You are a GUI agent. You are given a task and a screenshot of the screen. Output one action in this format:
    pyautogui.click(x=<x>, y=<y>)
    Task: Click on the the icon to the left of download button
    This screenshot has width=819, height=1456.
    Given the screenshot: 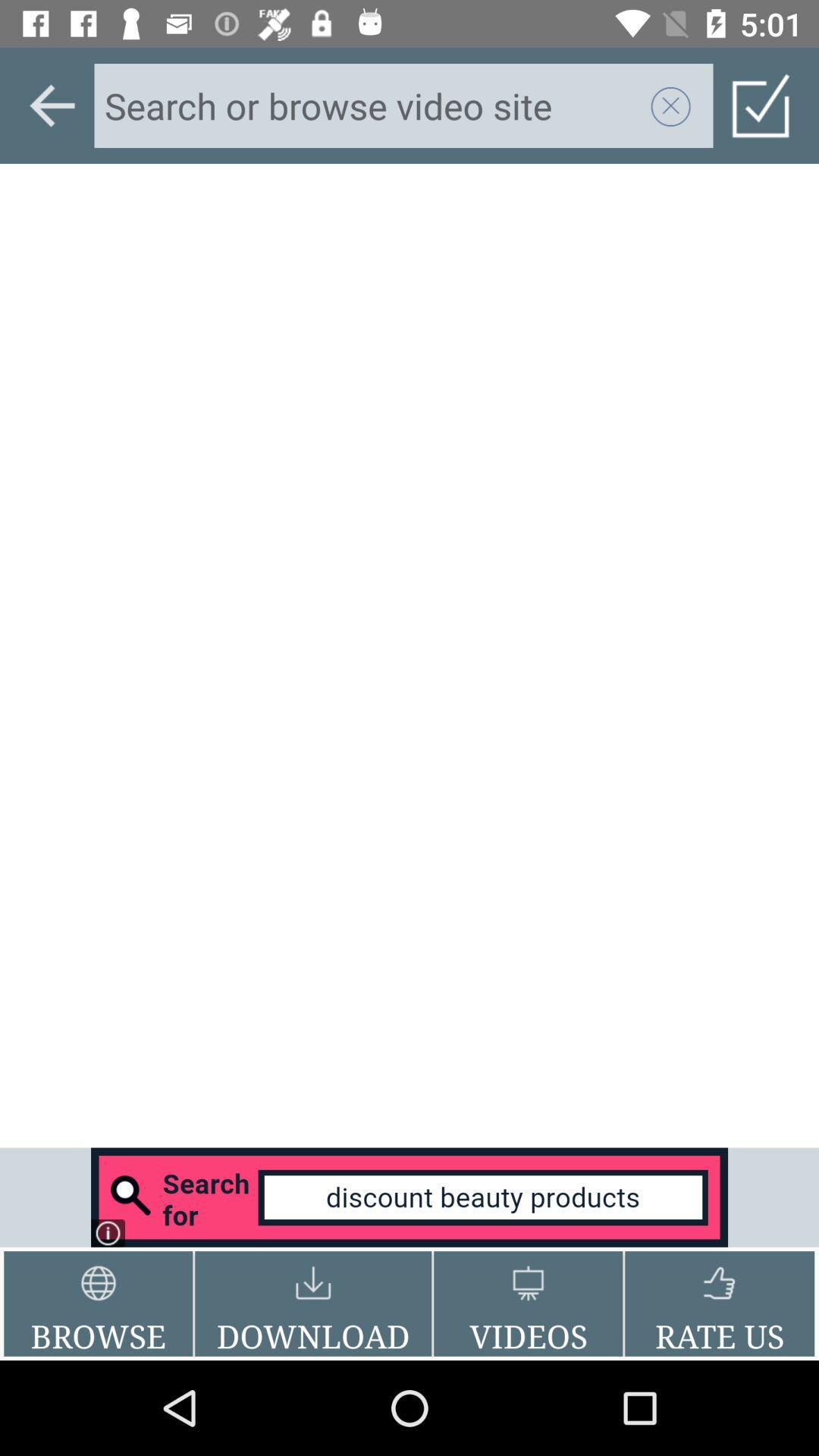 What is the action you would take?
    pyautogui.click(x=98, y=1303)
    